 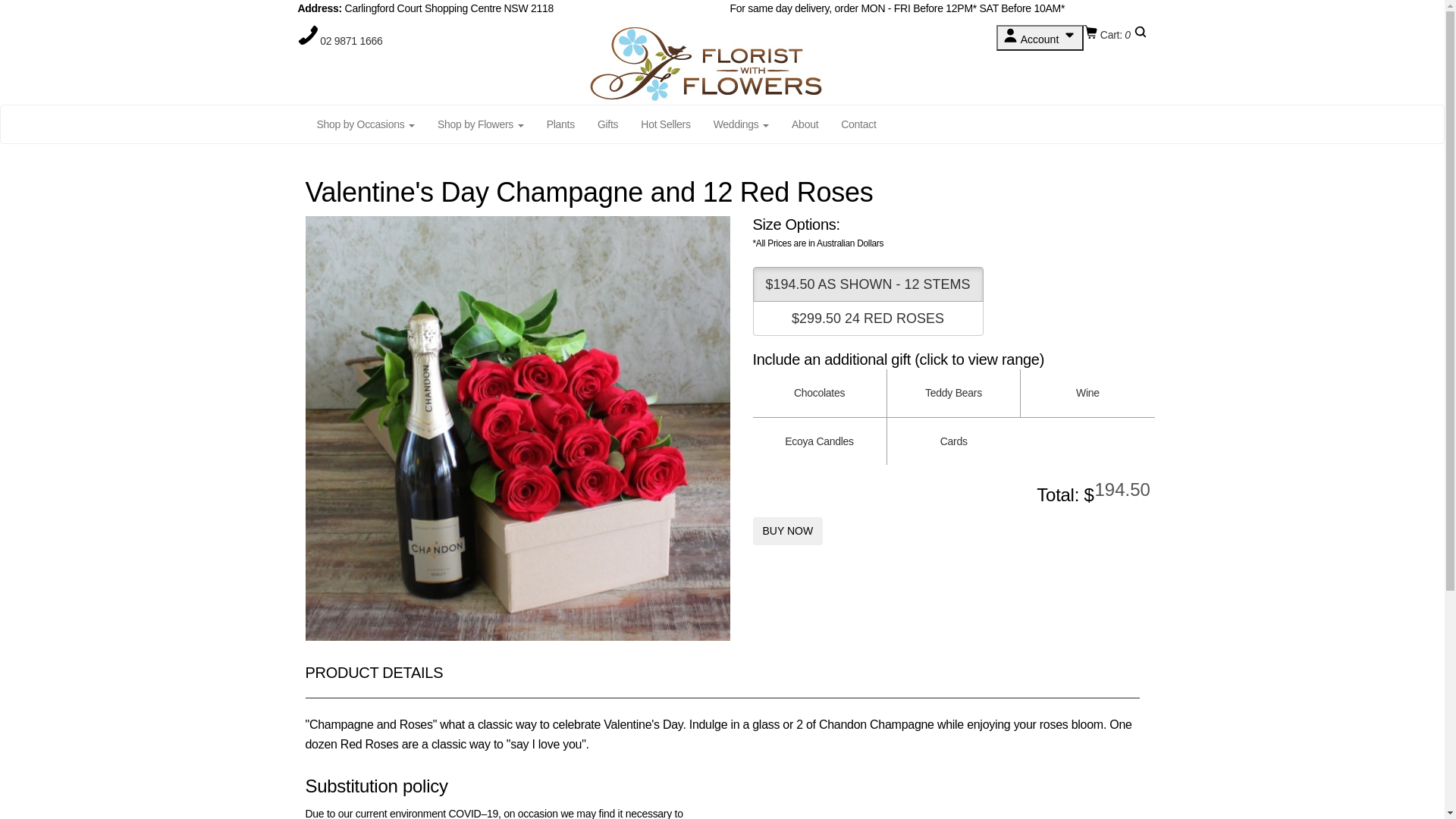 I want to click on 'Gifts', so click(x=607, y=124).